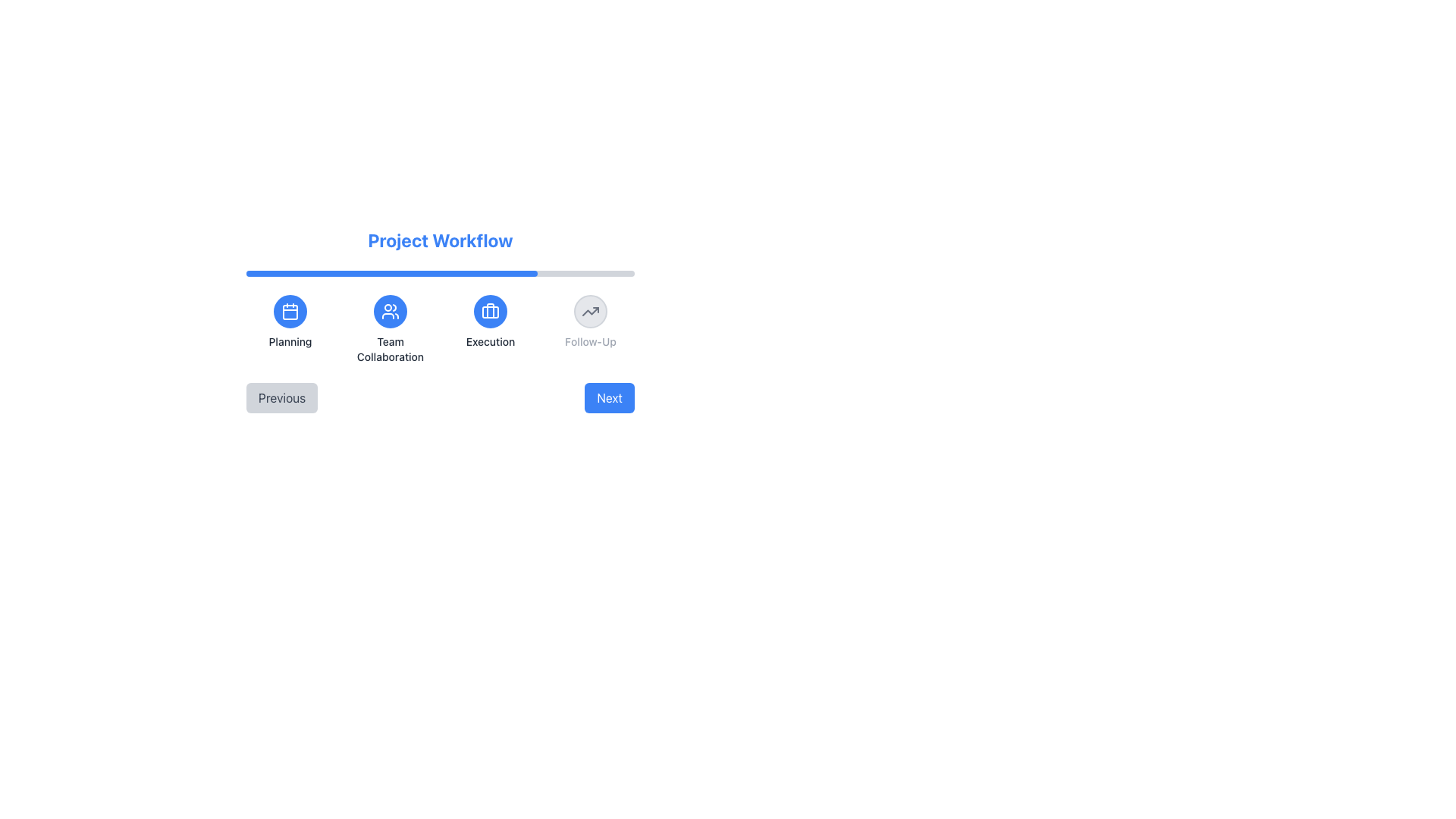 The width and height of the screenshot is (1456, 819). I want to click on the 'Next' button, a blue rectangular button with white text, located in the bottom-right corner of the interface, so click(610, 397).